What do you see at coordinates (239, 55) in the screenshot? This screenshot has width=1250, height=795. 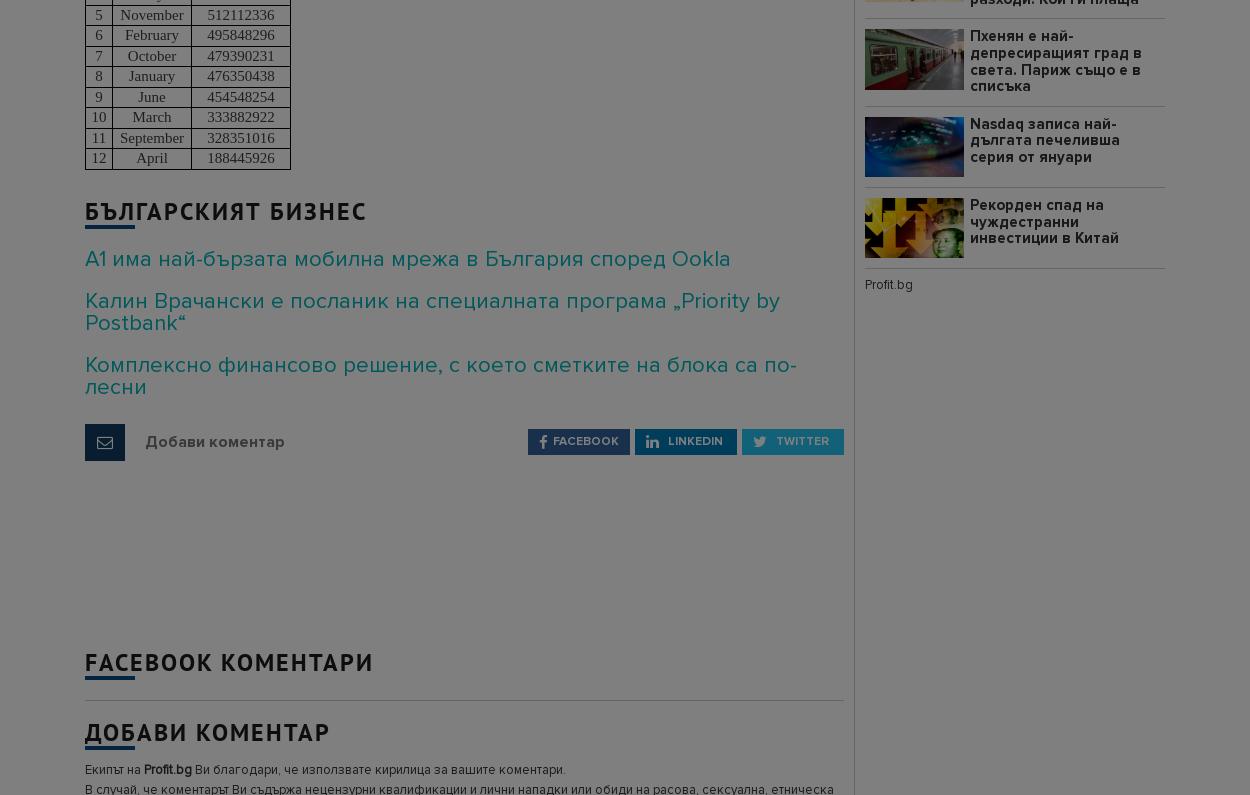 I see `'479390231'` at bounding box center [239, 55].